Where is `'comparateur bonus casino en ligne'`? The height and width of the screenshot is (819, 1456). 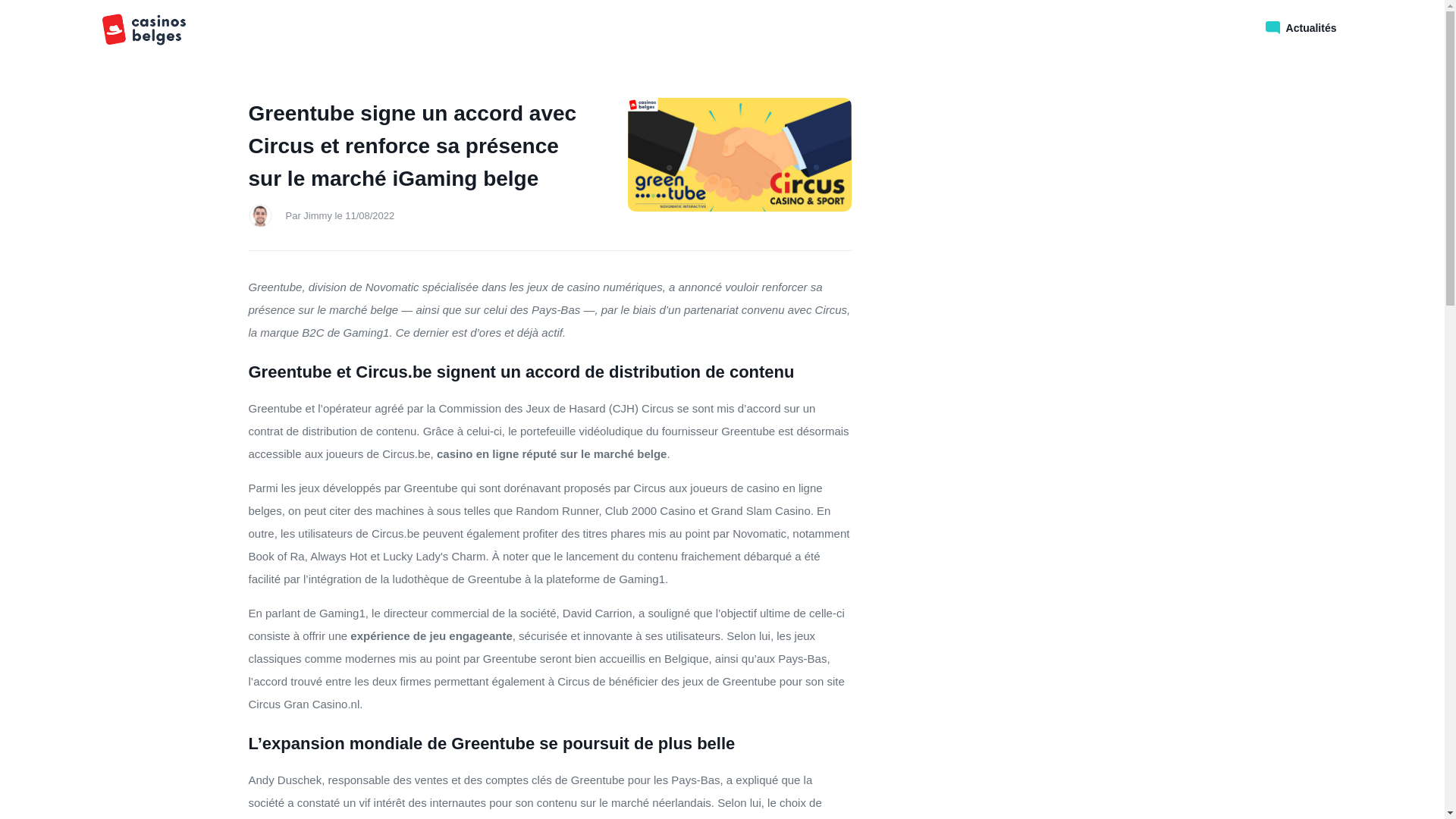
'comparateur bonus casino en ligne' is located at coordinates (156, 29).